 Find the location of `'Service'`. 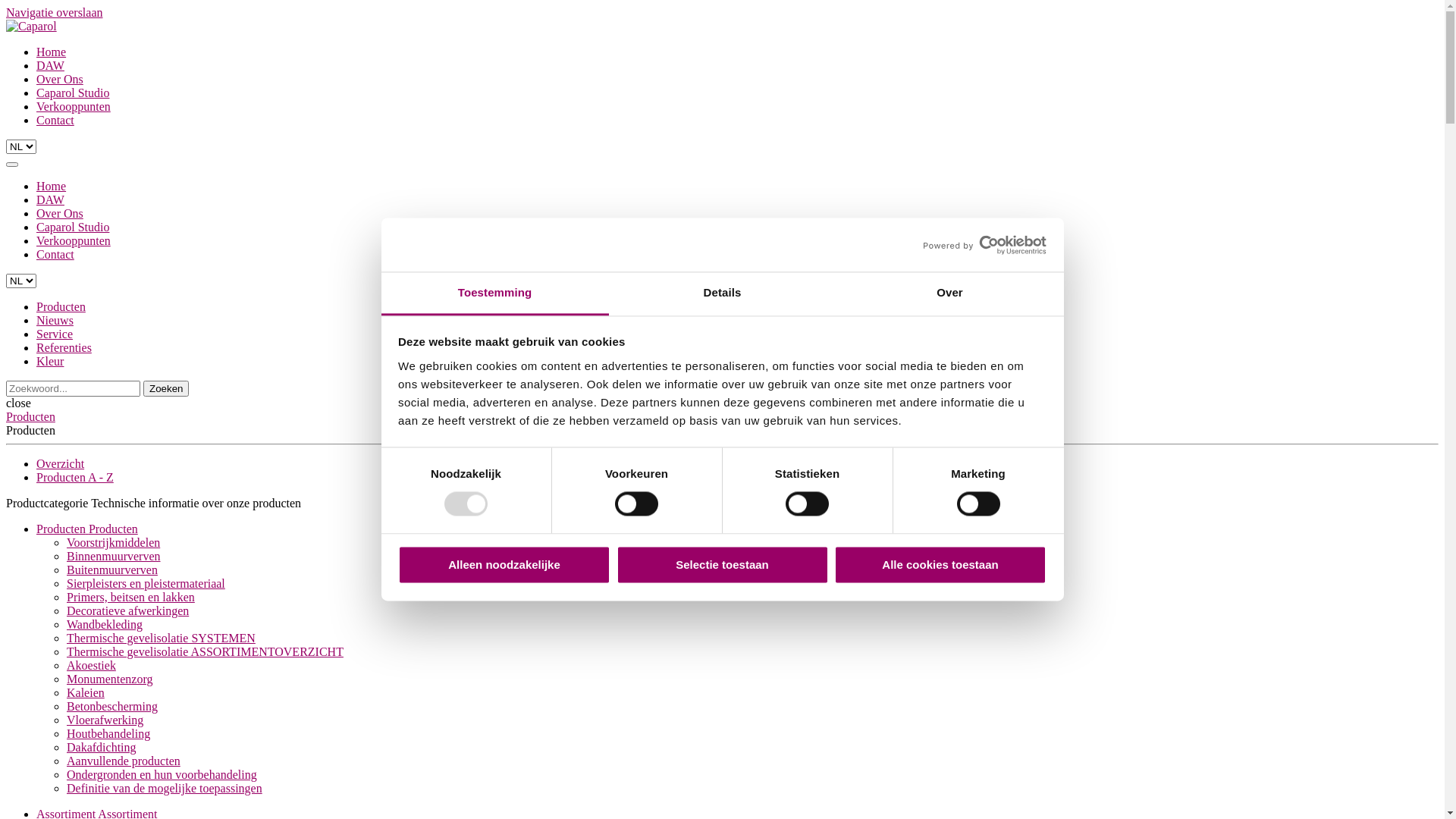

'Service' is located at coordinates (55, 333).